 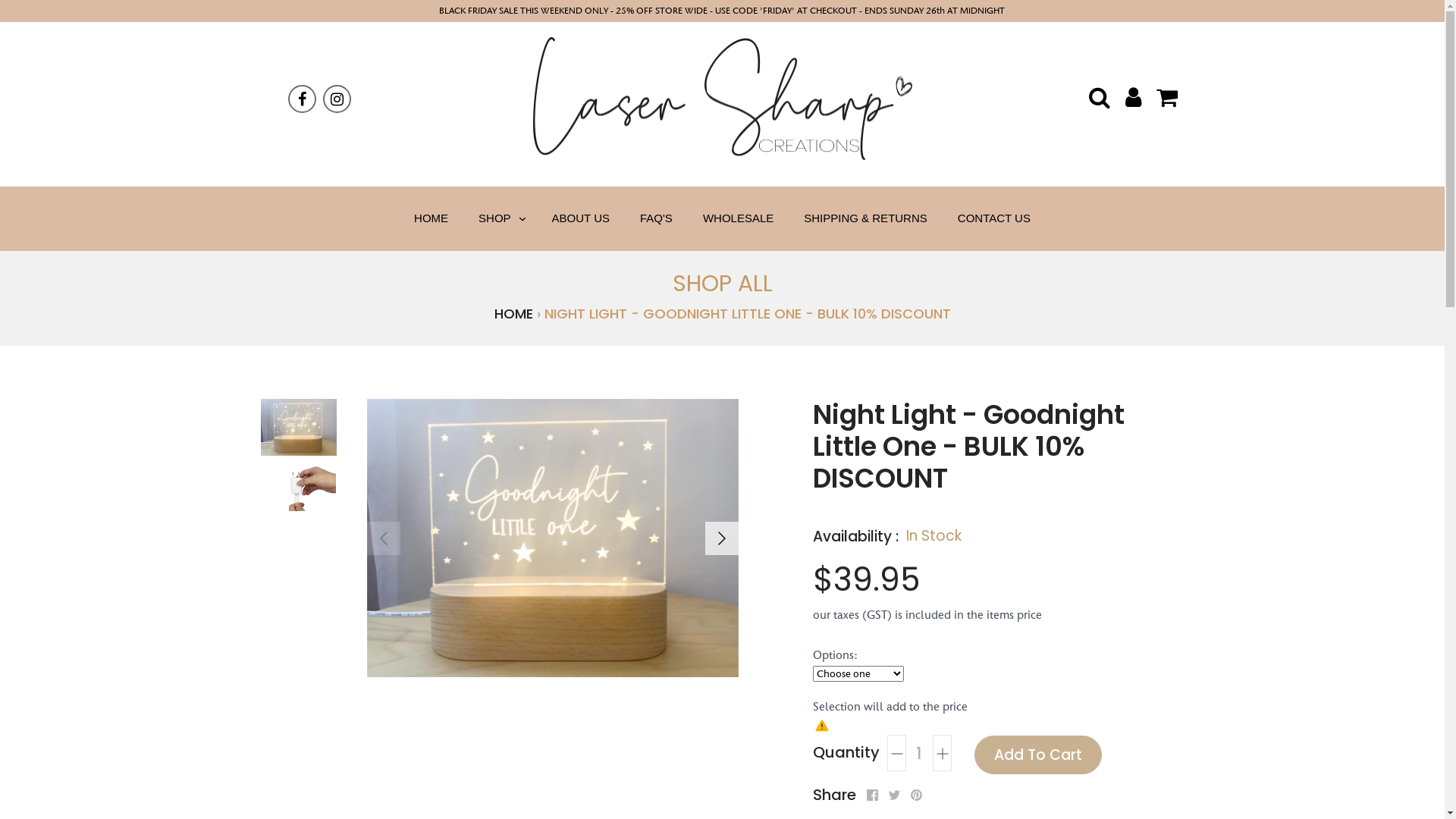 I want to click on 'ABOUT US', so click(x=580, y=218).